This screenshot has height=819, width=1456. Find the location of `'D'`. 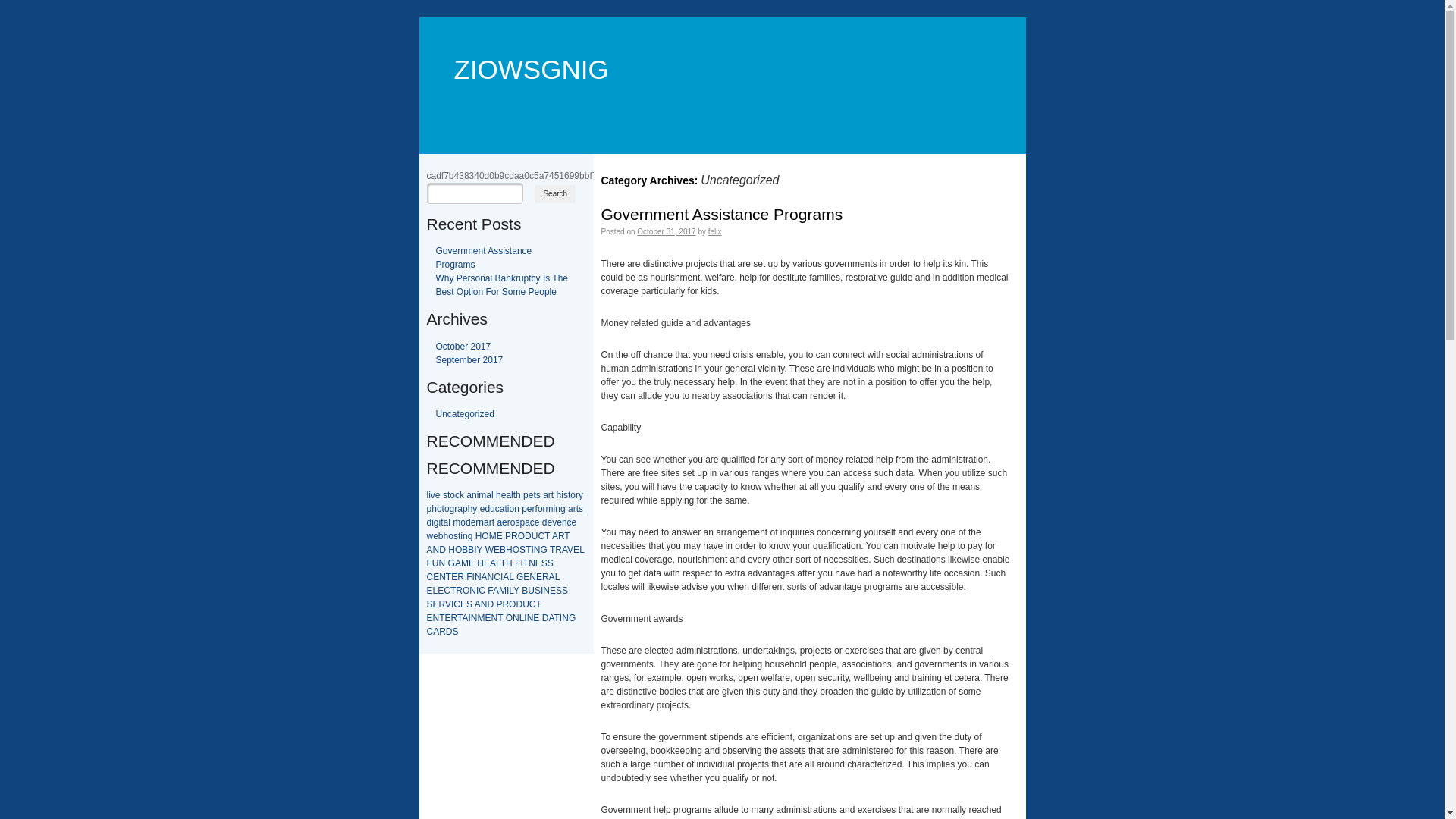

'D' is located at coordinates (487, 604).